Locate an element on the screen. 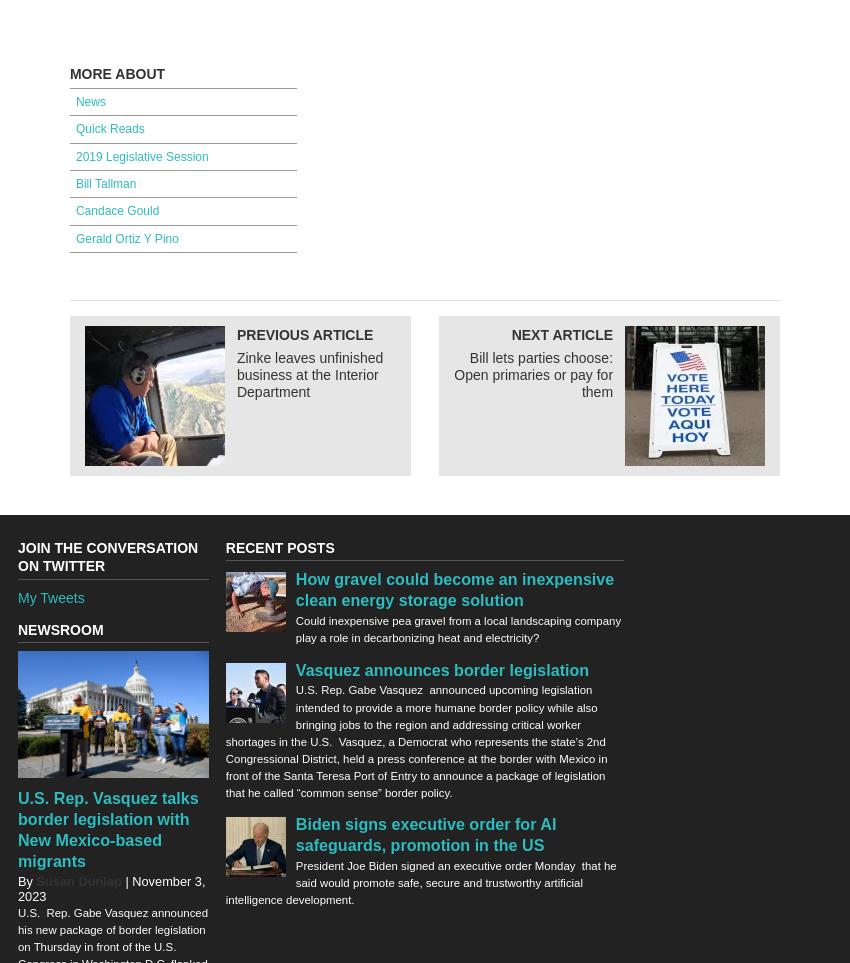  'Recent Posts' is located at coordinates (224, 547).